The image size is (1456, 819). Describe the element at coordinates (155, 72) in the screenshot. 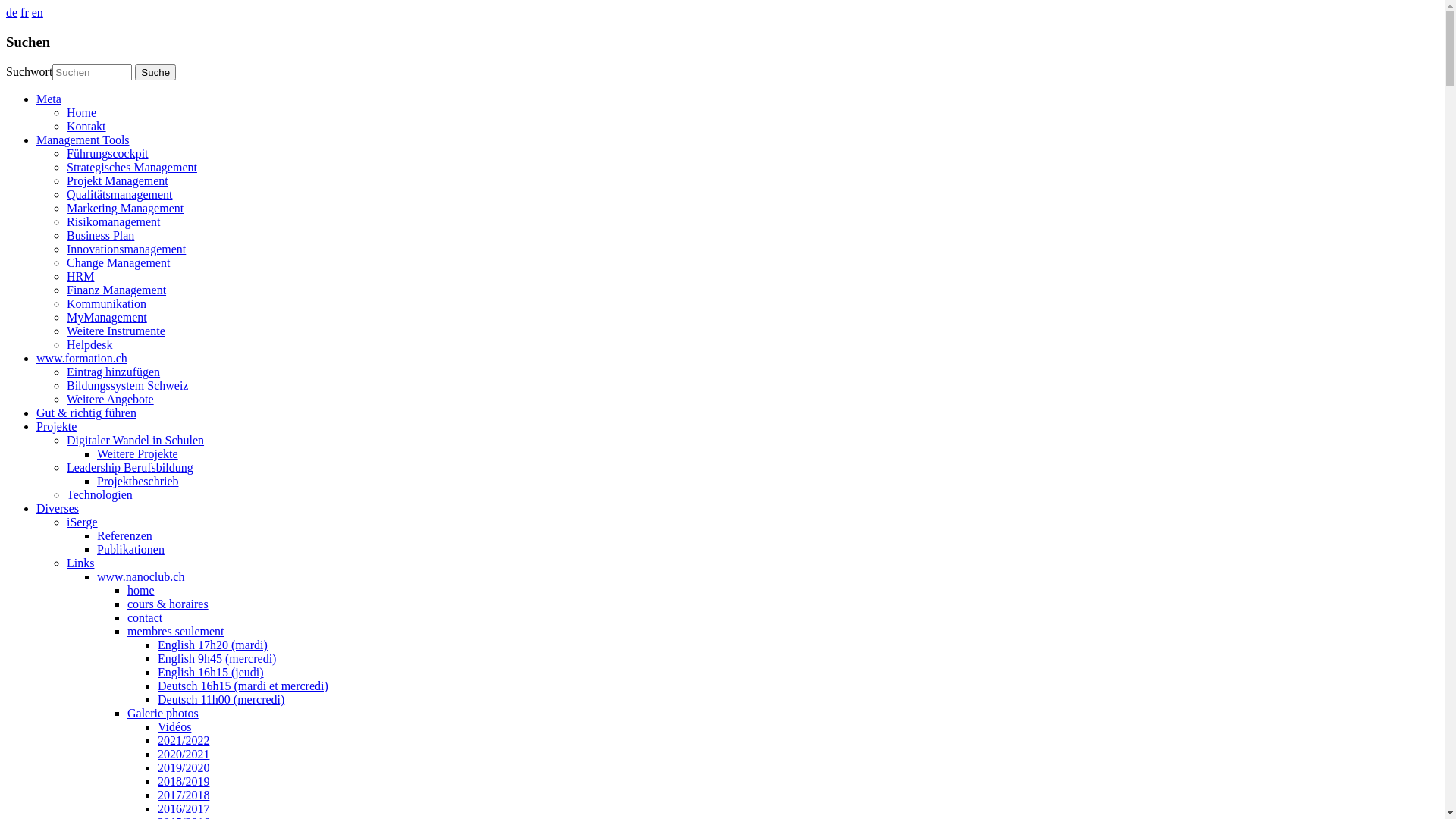

I see `'Suche'` at that location.